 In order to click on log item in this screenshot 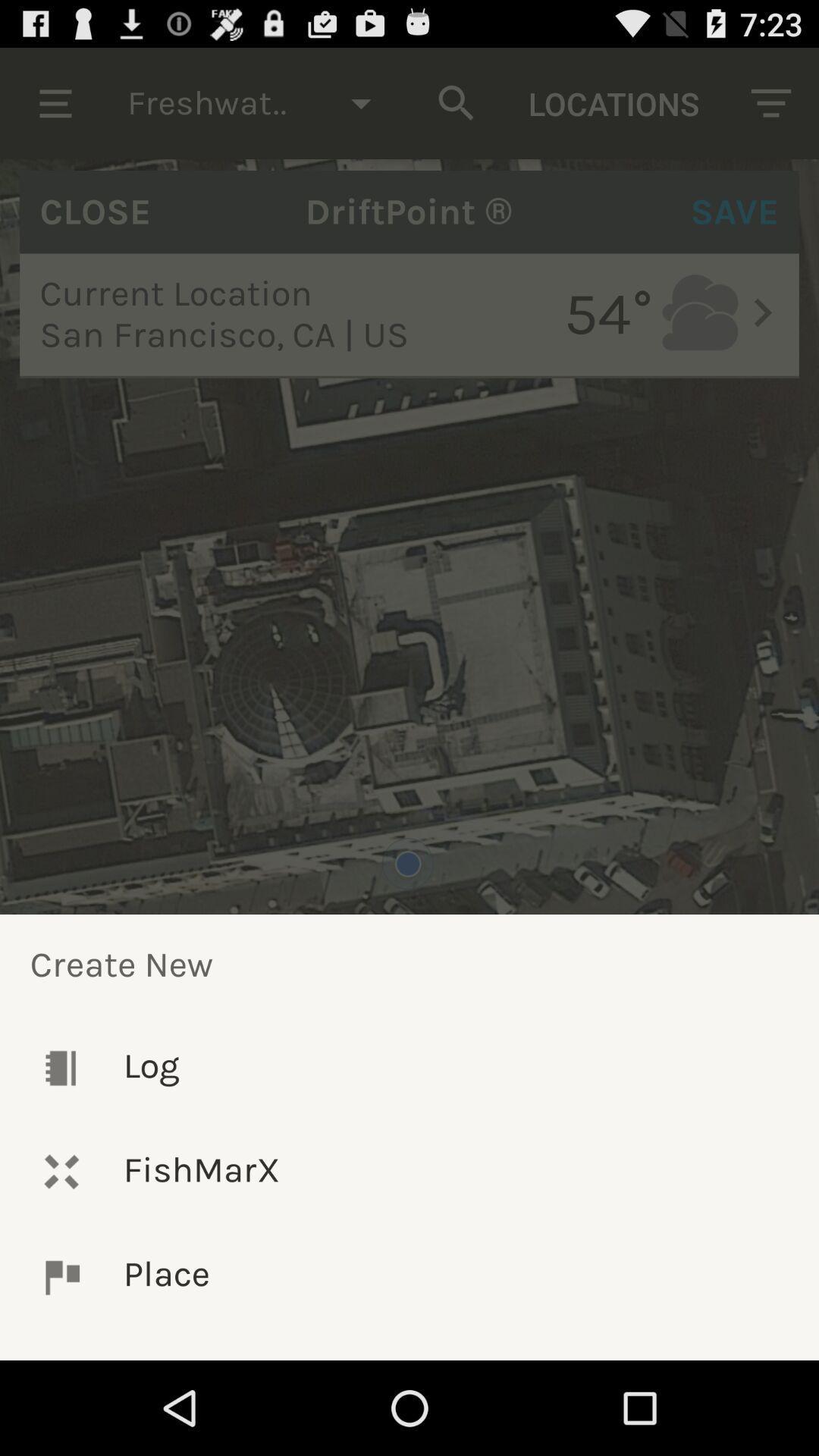, I will do `click(409, 1067)`.